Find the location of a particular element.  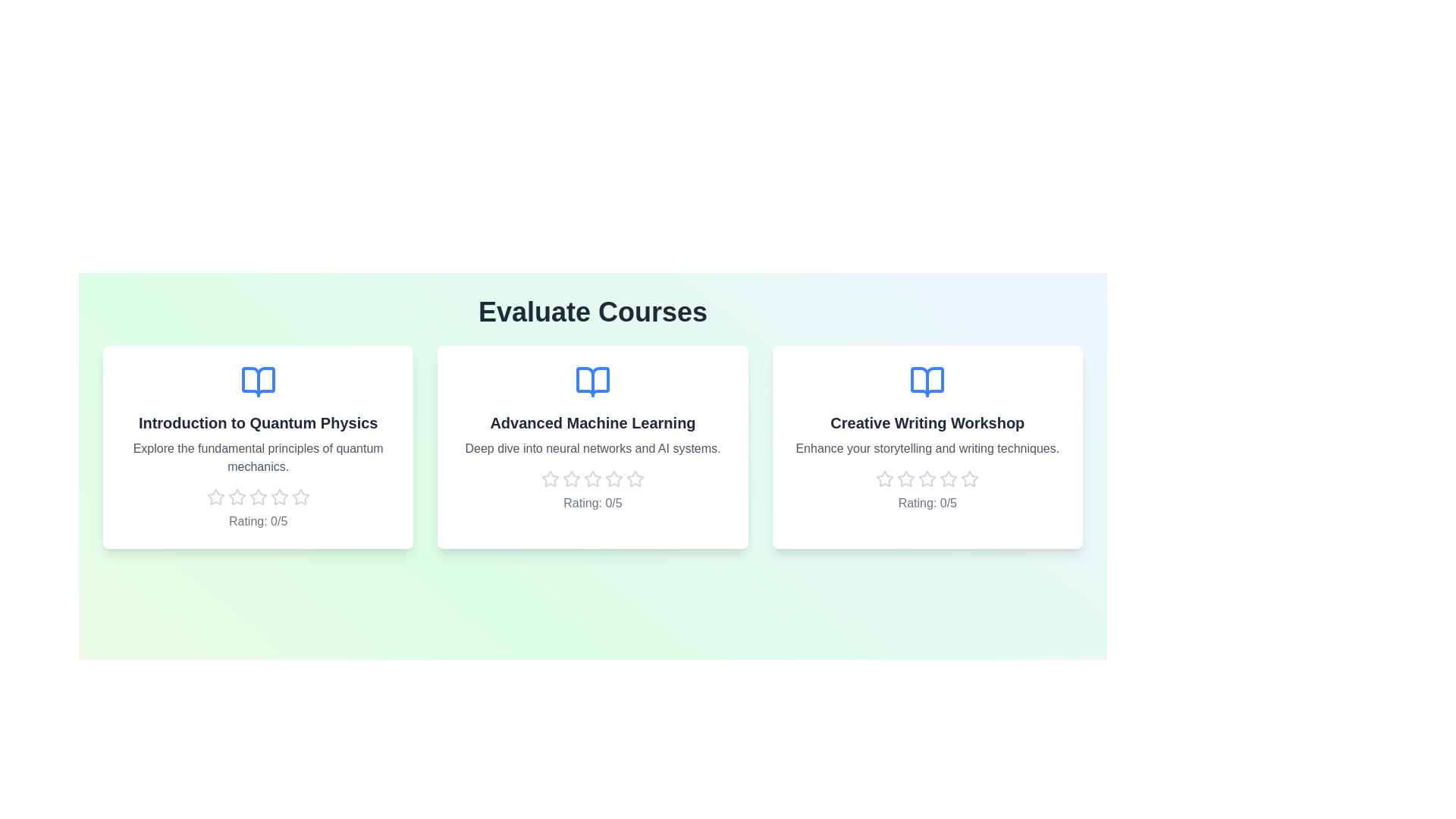

the title of the course Introduction to Quantum Physics is located at coordinates (258, 423).